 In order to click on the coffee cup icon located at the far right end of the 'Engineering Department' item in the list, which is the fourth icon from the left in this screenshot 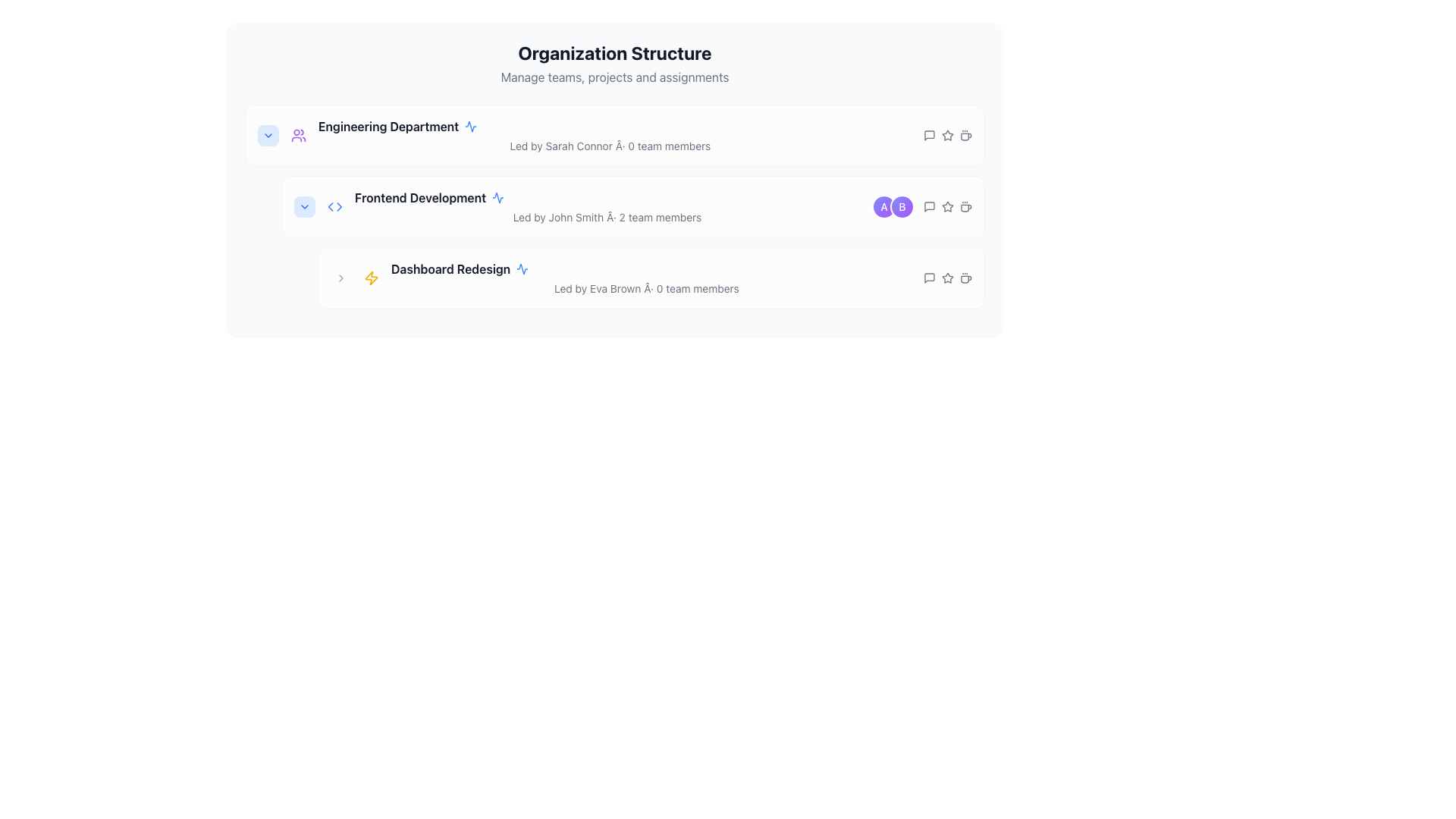, I will do `click(965, 134)`.